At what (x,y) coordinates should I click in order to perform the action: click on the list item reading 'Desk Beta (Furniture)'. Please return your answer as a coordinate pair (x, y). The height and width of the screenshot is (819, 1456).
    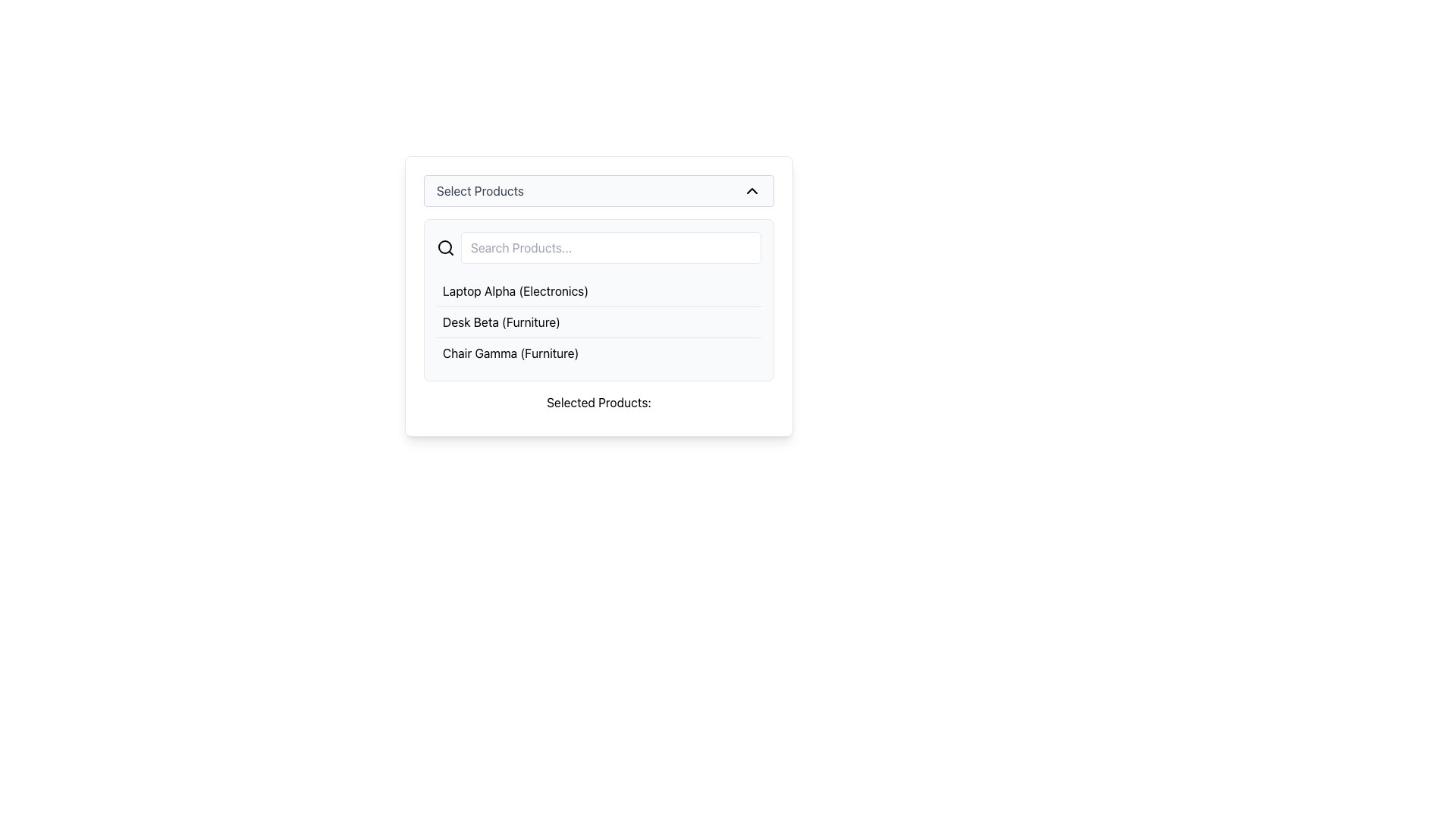
    Looking at the image, I should click on (598, 321).